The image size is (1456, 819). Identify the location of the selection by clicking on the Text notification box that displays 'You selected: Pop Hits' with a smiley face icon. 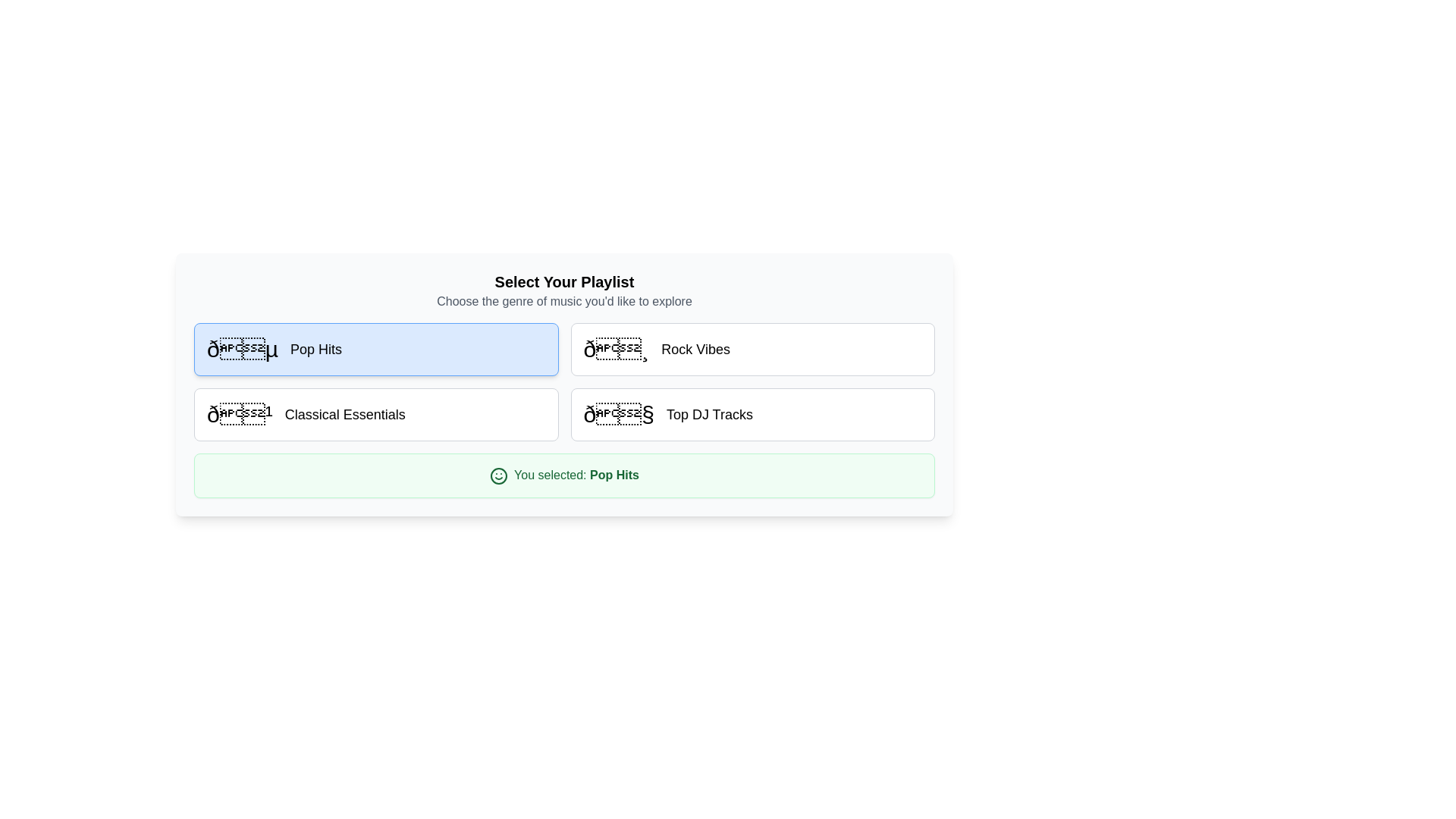
(563, 475).